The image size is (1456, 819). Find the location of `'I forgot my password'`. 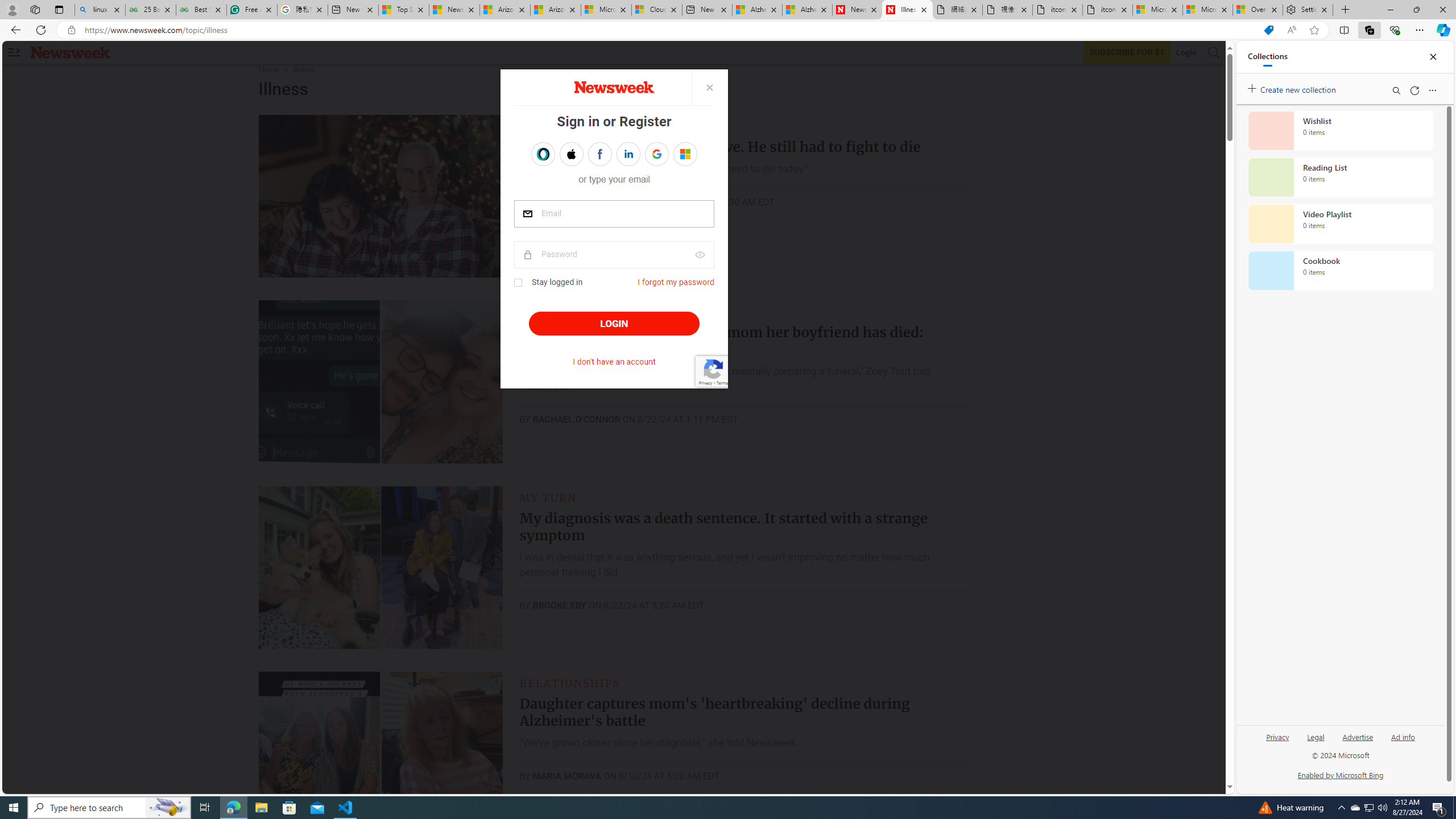

'I forgot my password' is located at coordinates (676, 282).